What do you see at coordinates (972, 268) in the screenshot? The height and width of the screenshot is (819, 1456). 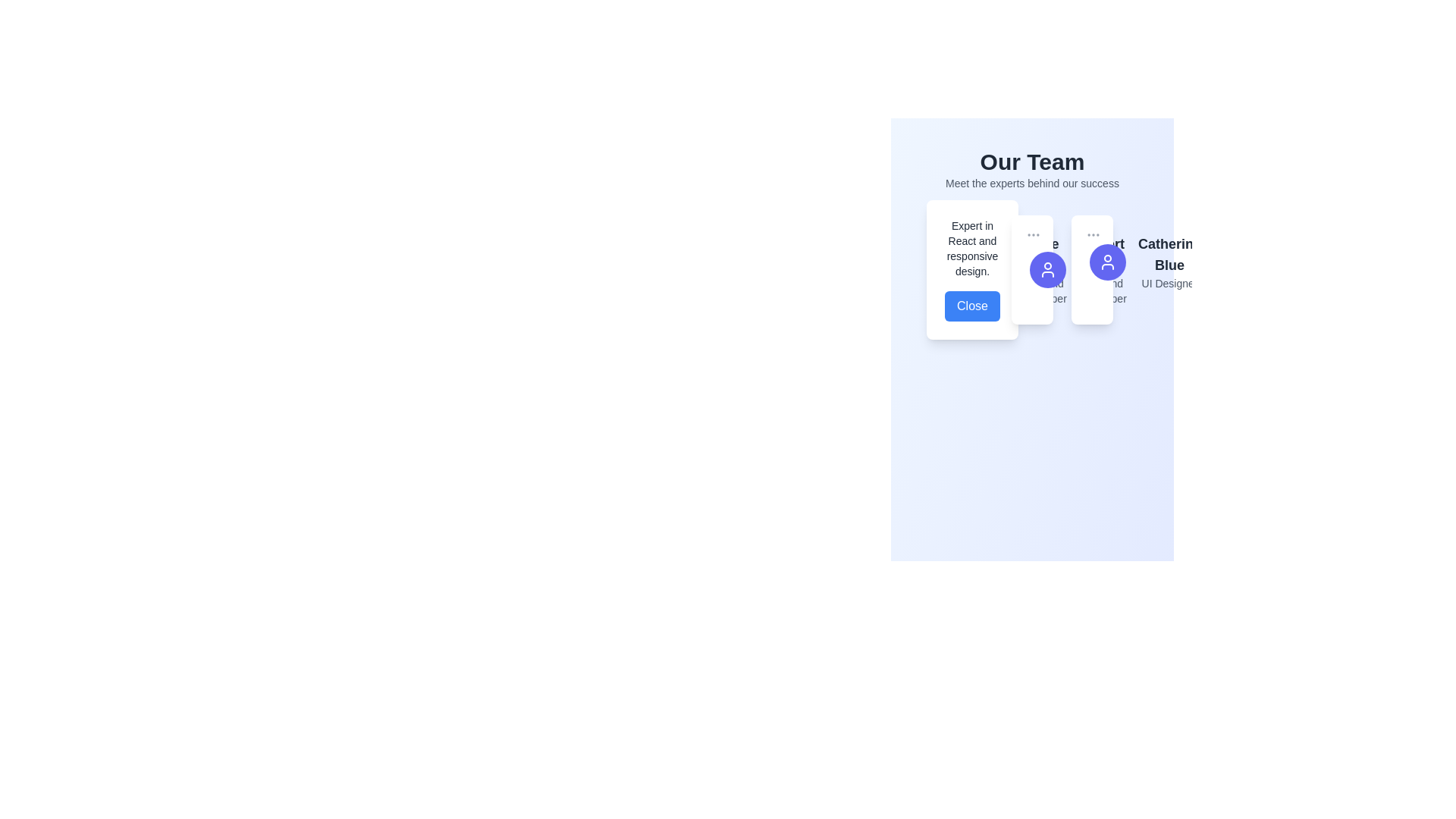 I see `the card containing the text 'Expert in React and responsive design.' and the blue 'Close' button for visual interaction` at bounding box center [972, 268].